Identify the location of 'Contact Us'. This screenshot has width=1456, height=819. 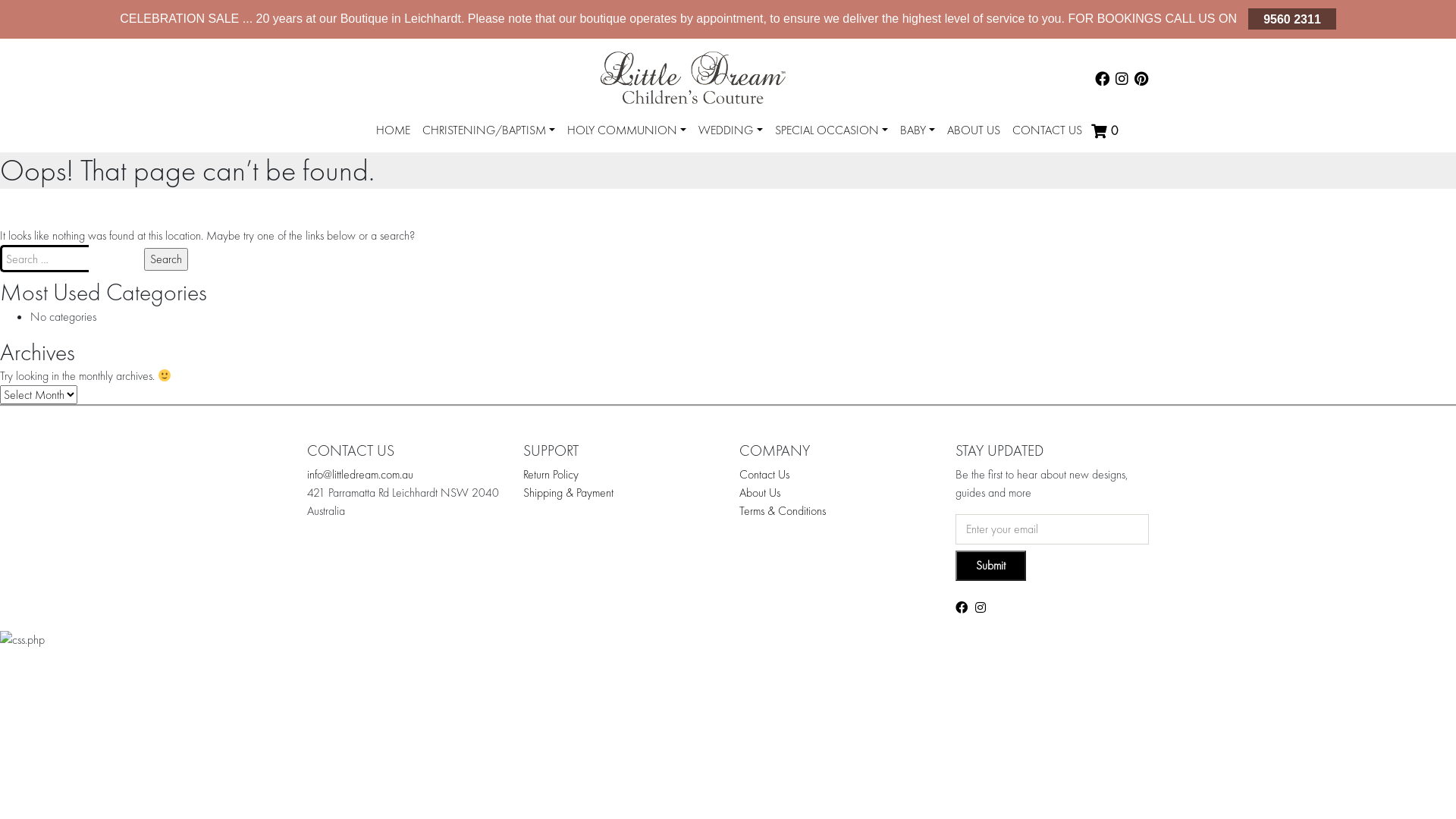
(764, 473).